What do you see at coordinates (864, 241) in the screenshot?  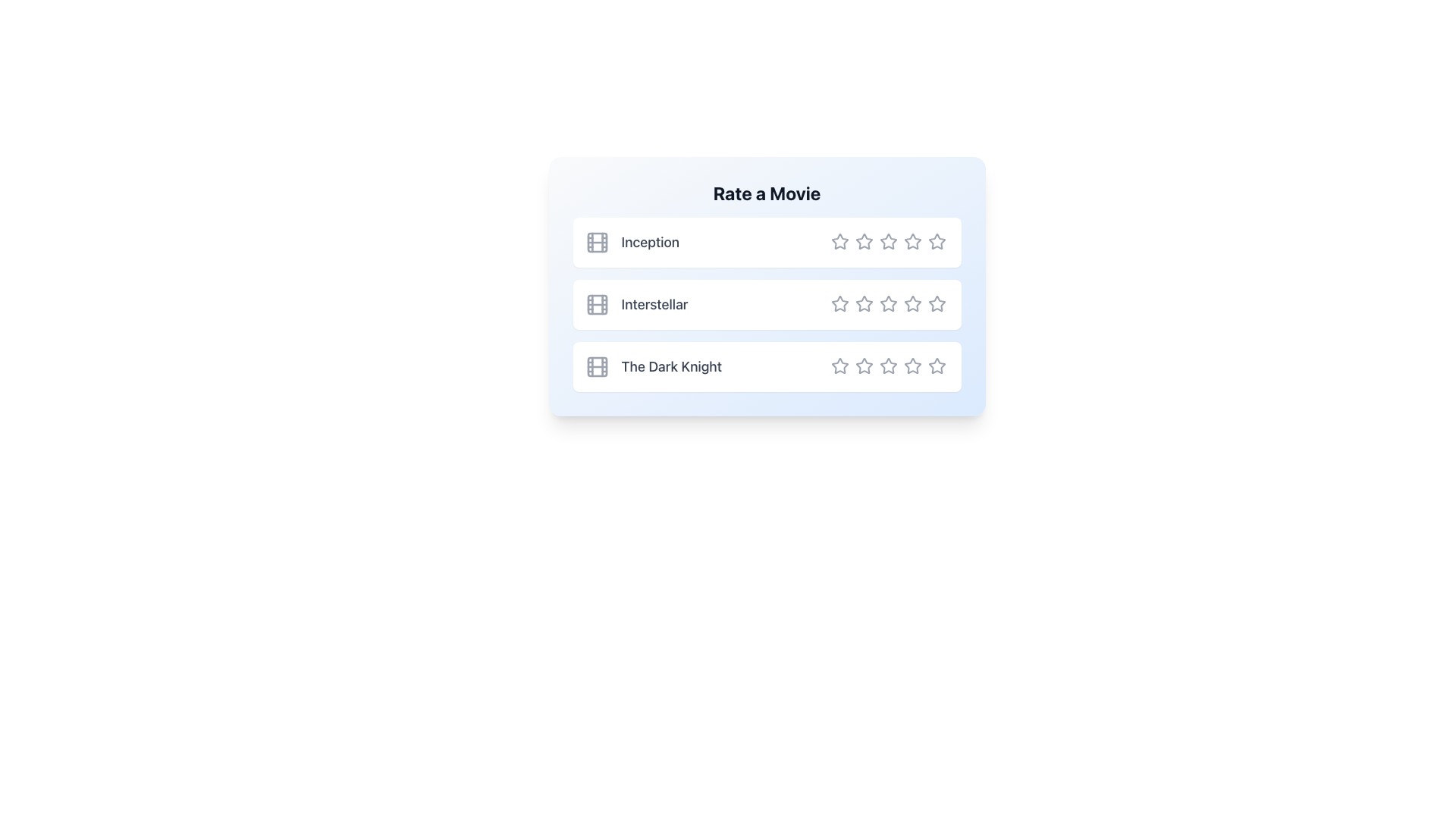 I see `the second star button used to rate the movie 'Inception' with a rating of 2 stars` at bounding box center [864, 241].